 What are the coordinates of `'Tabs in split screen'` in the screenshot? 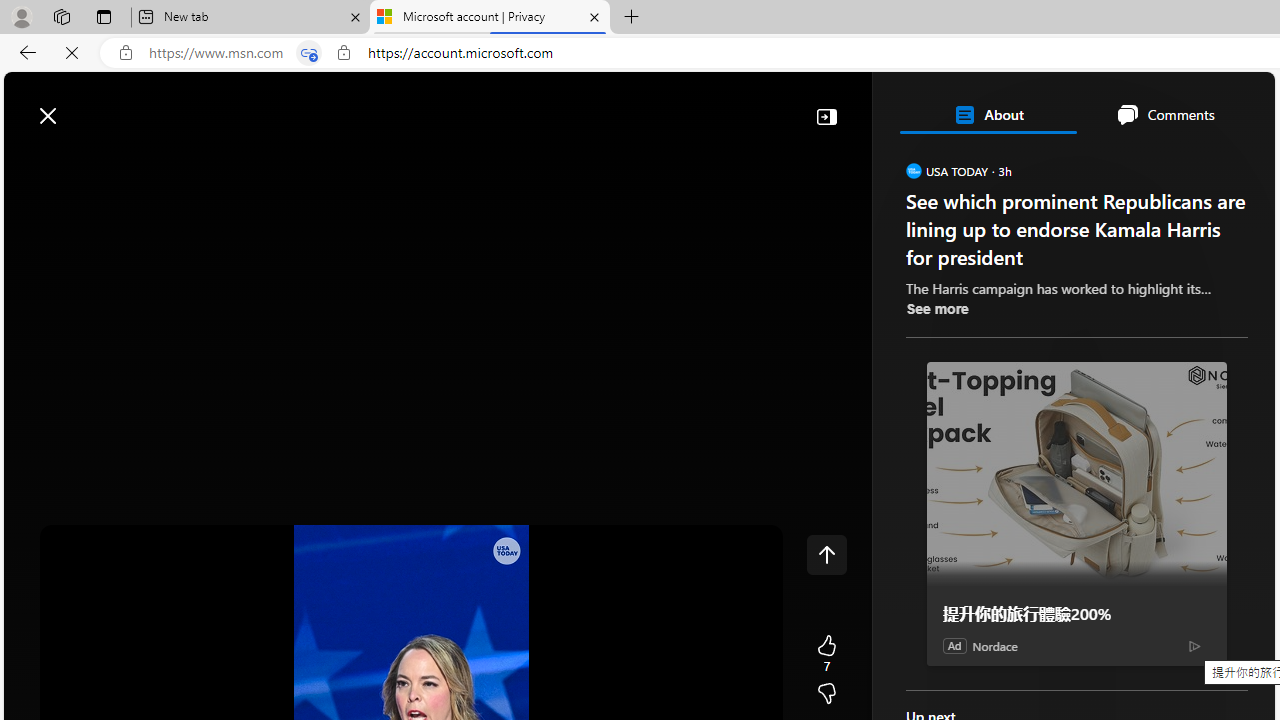 It's located at (308, 52).